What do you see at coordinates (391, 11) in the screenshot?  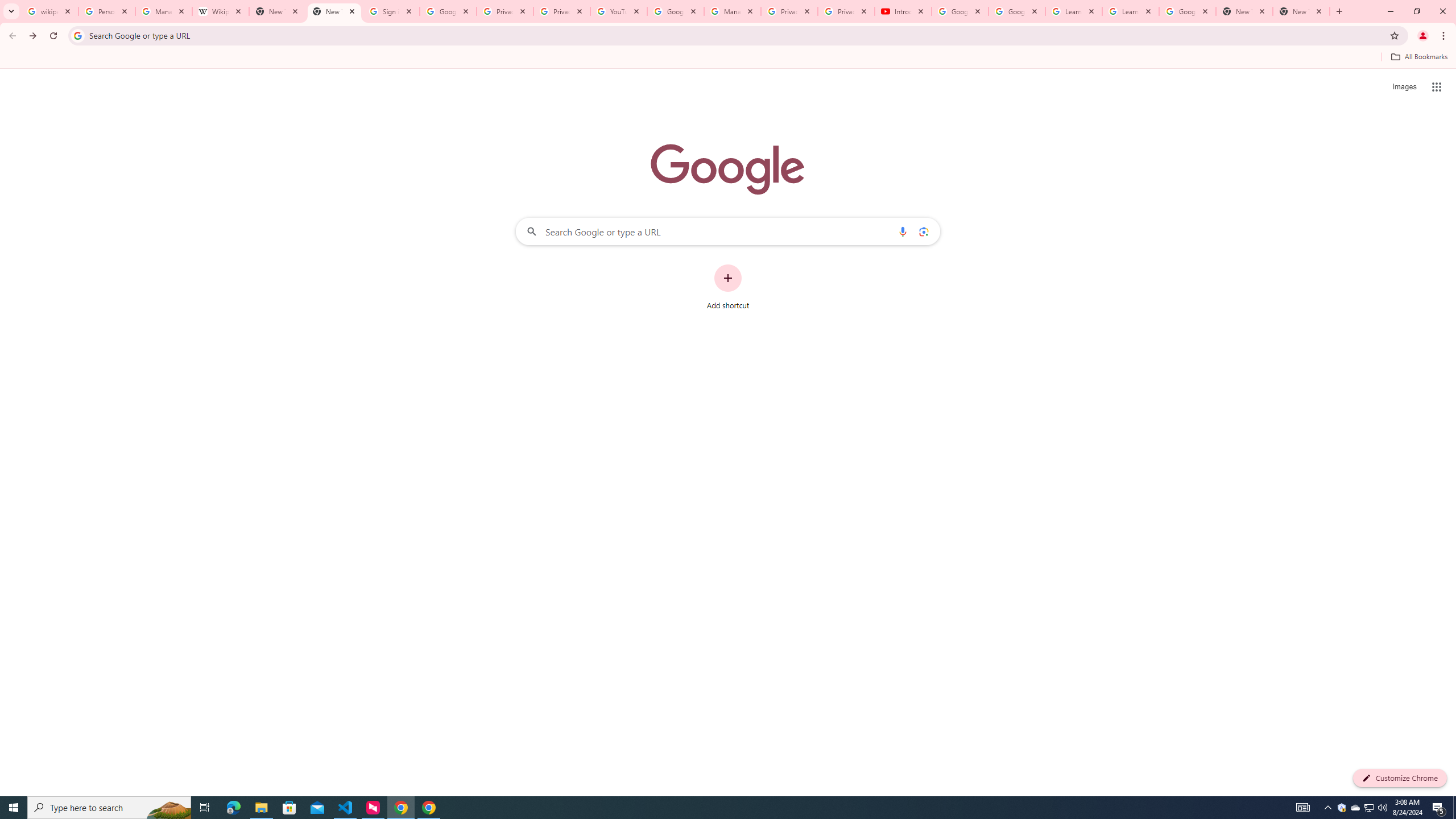 I see `'Sign in - Google Accounts'` at bounding box center [391, 11].